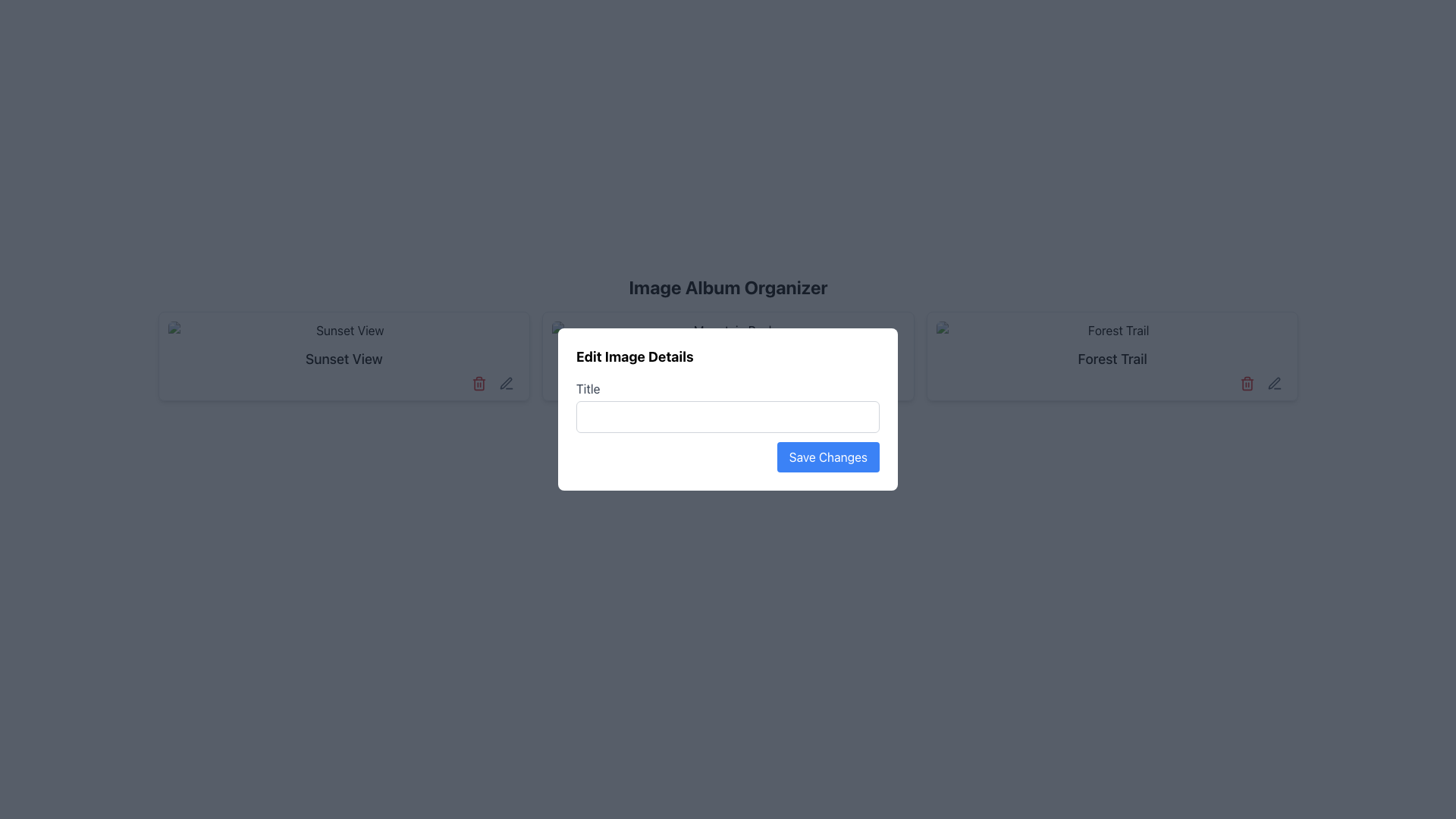 This screenshot has width=1456, height=819. I want to click on the blue 'Save Changes' button with white text located in the bottom-right corner of the 'Edit Image Details' modal, so click(827, 456).